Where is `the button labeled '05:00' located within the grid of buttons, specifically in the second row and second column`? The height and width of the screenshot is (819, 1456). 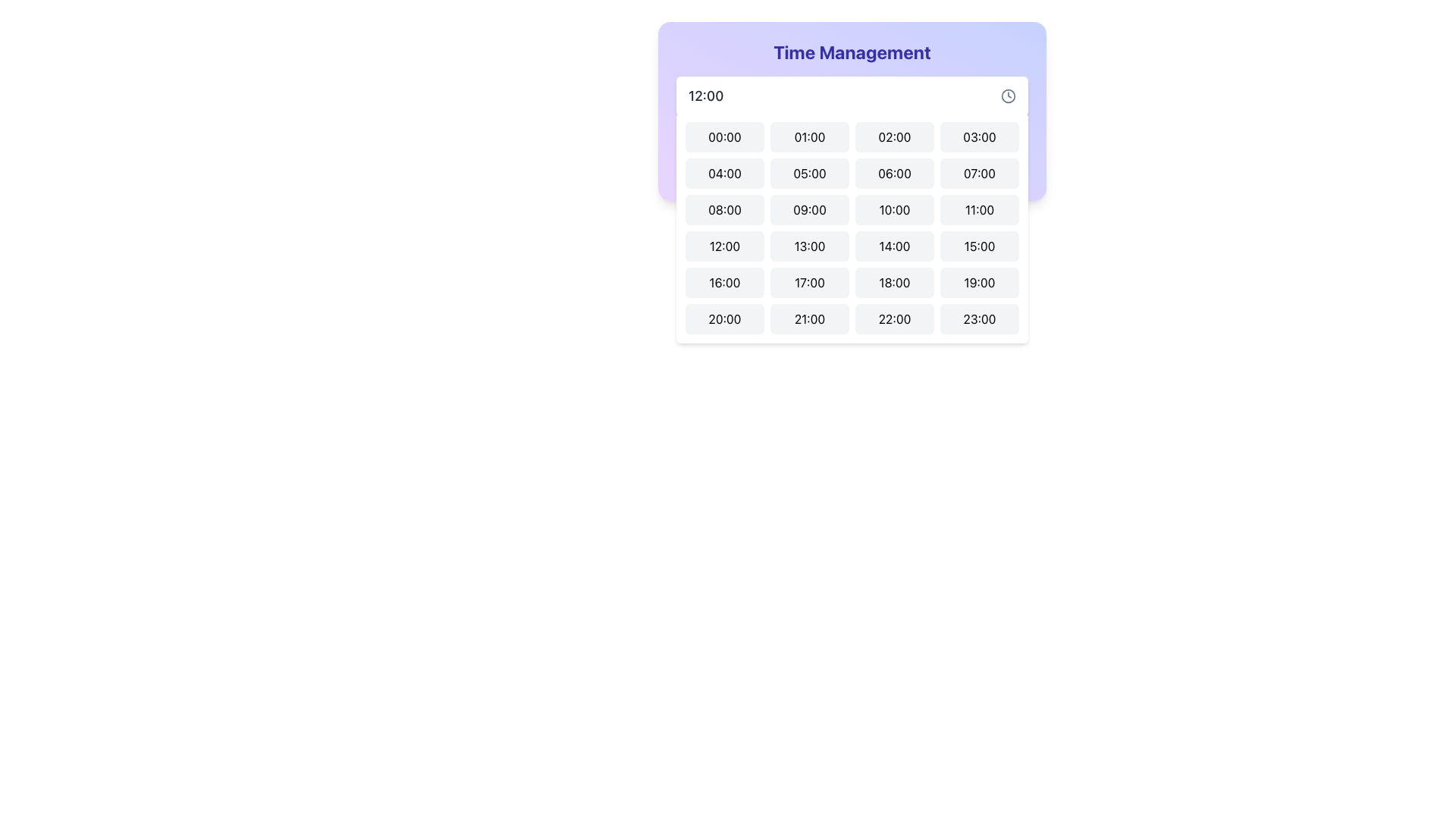 the button labeled '05:00' located within the grid of buttons, specifically in the second row and second column is located at coordinates (809, 172).